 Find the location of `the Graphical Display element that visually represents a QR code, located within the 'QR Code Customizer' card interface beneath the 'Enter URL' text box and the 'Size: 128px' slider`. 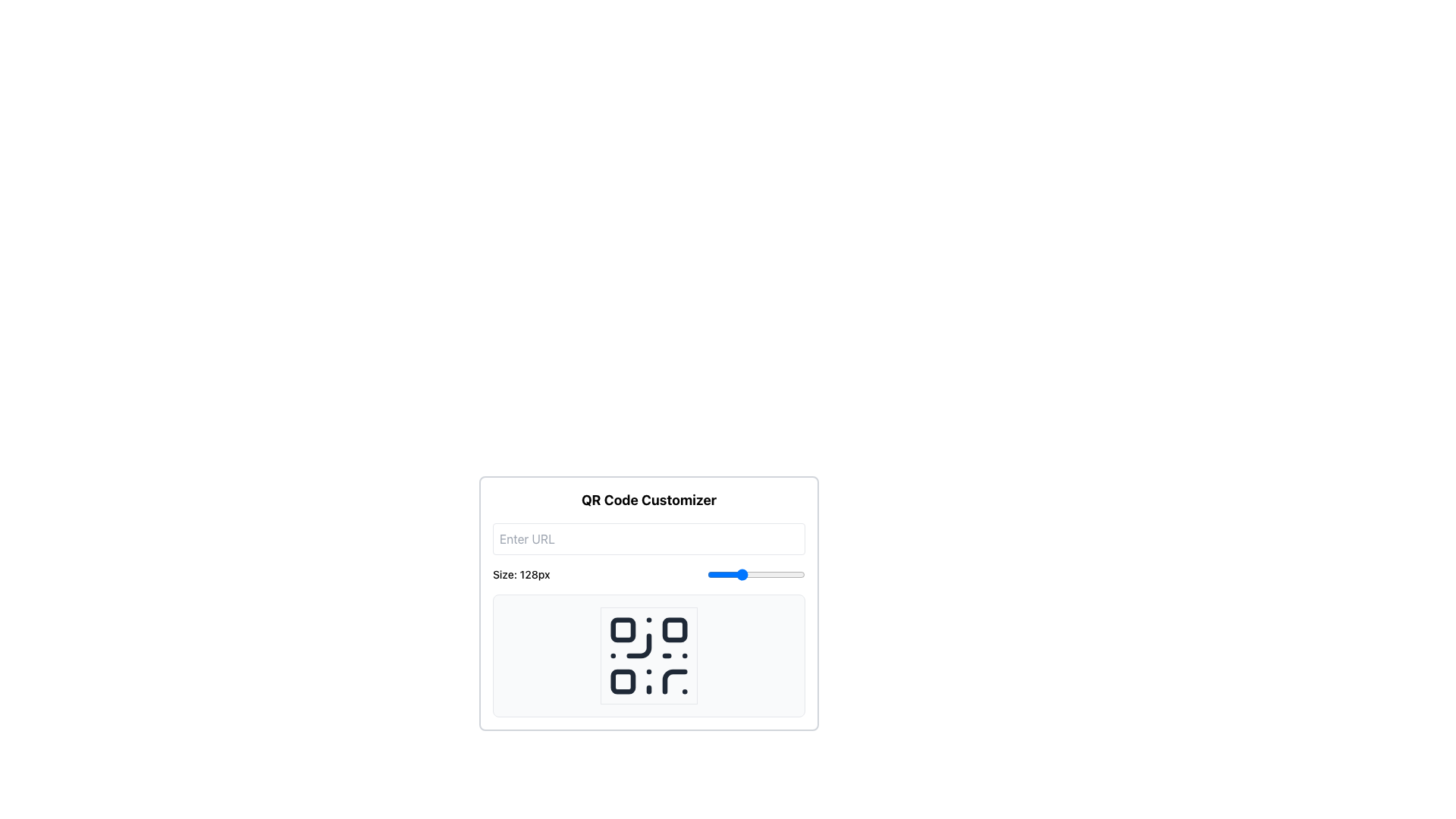

the Graphical Display element that visually represents a QR code, located within the 'QR Code Customizer' card interface beneath the 'Enter URL' text box and the 'Size: 128px' slider is located at coordinates (648, 654).